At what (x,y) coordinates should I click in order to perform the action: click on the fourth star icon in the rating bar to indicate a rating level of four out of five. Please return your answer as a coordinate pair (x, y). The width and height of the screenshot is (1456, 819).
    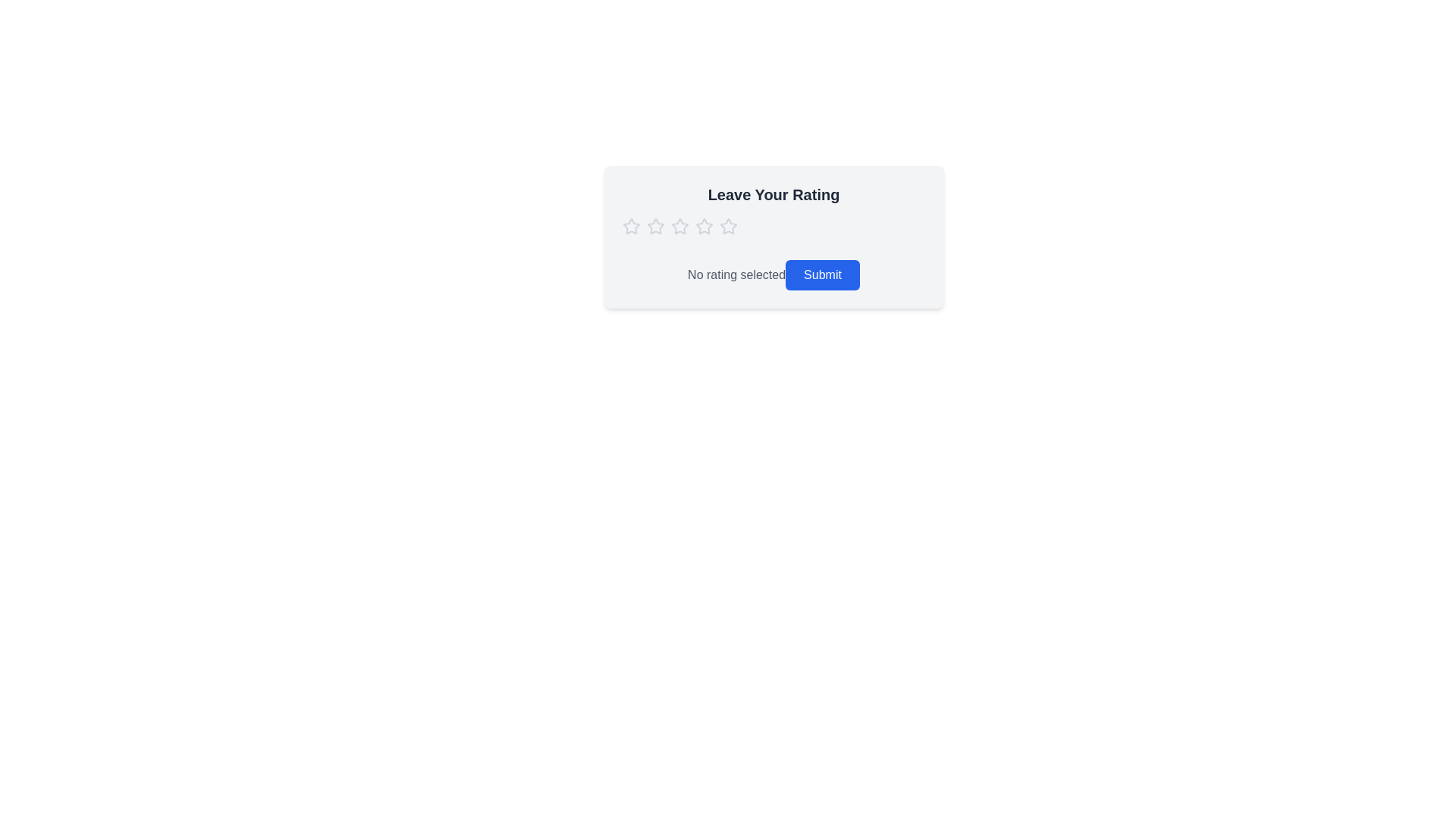
    Looking at the image, I should click on (728, 227).